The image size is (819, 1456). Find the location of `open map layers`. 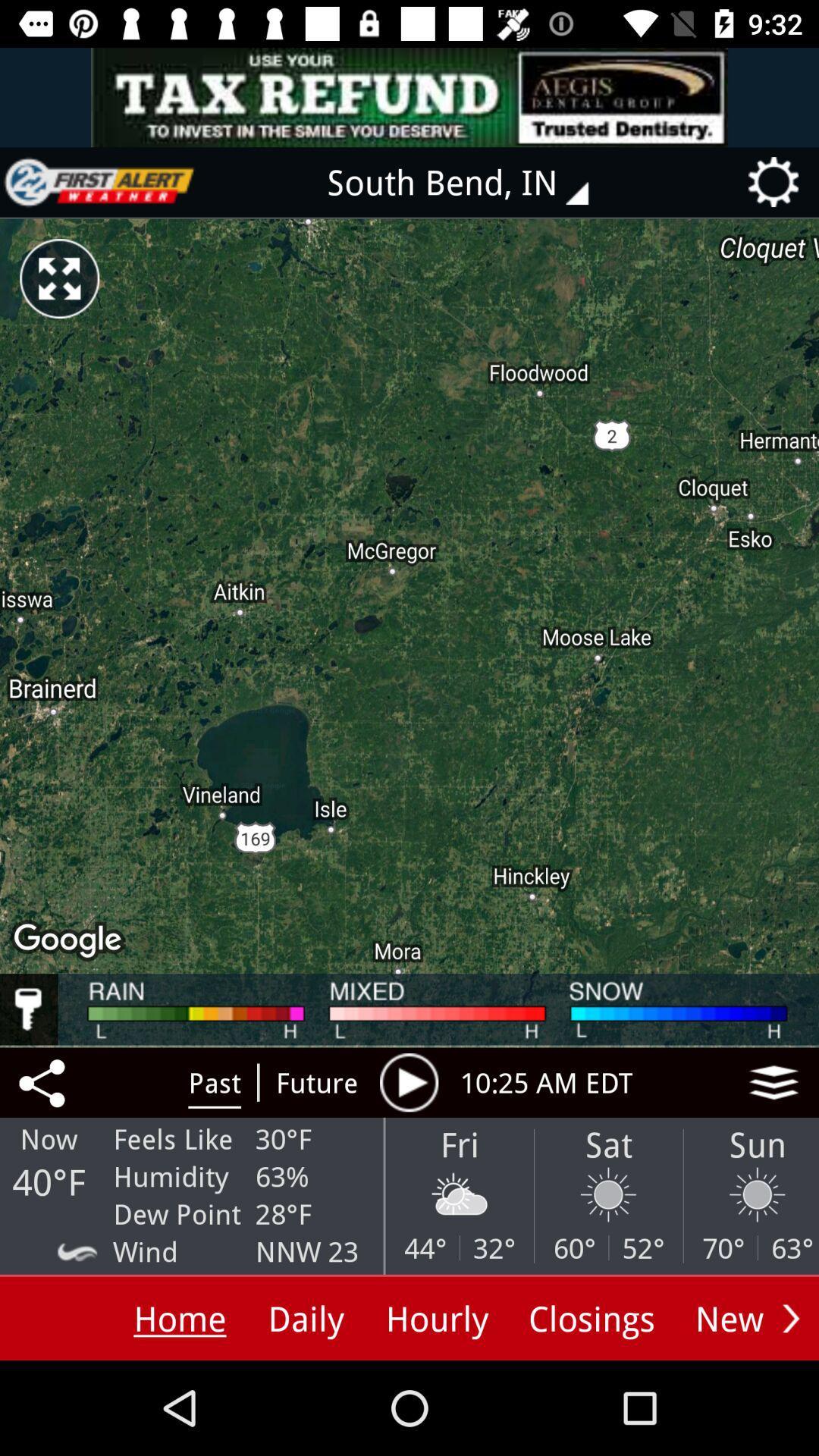

open map layers is located at coordinates (773, 1081).